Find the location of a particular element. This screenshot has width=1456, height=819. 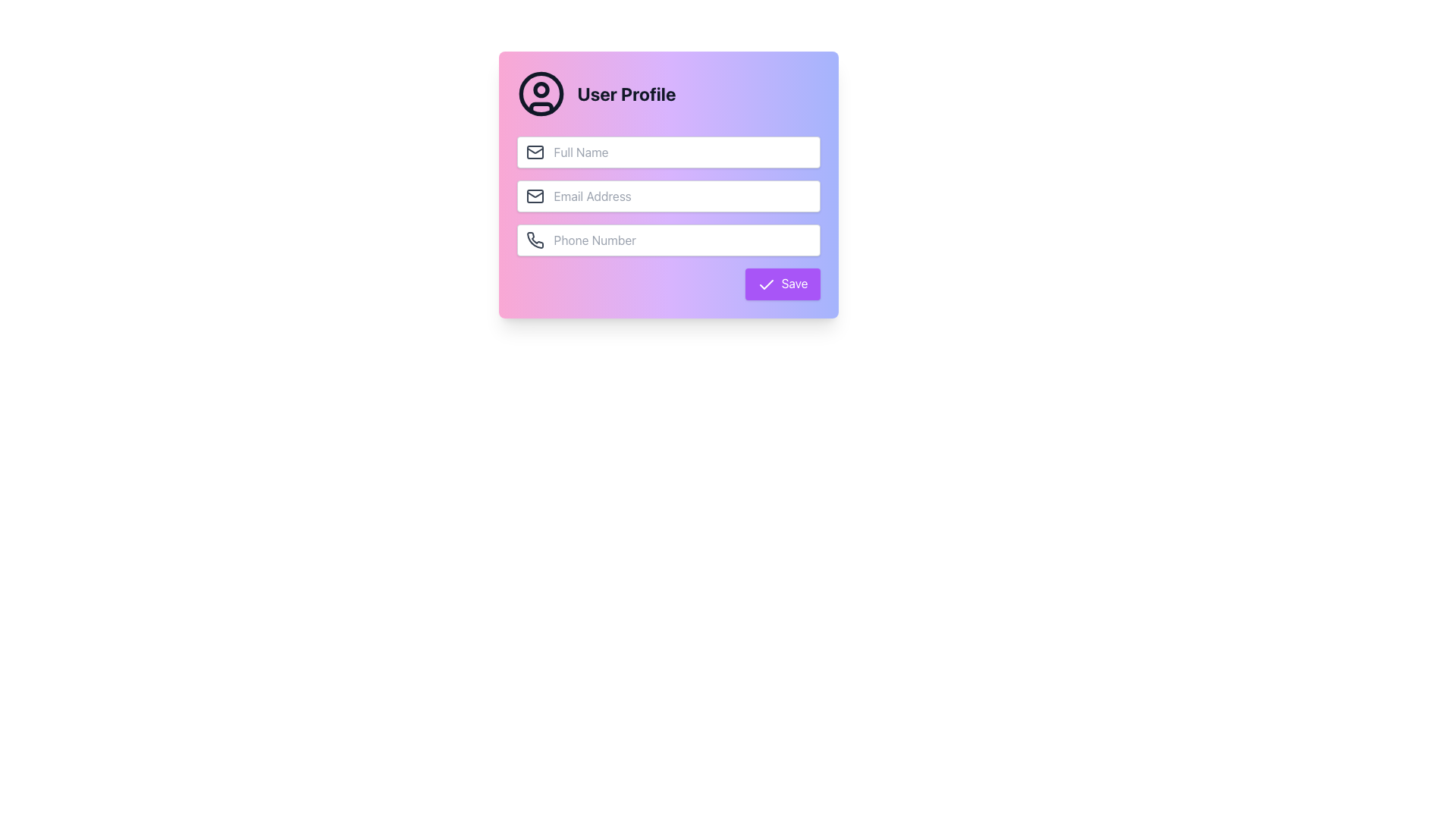

the phone icon located within the 'User Profile' form, which visually indicates the purpose of the adjacent phone number input field is located at coordinates (535, 239).